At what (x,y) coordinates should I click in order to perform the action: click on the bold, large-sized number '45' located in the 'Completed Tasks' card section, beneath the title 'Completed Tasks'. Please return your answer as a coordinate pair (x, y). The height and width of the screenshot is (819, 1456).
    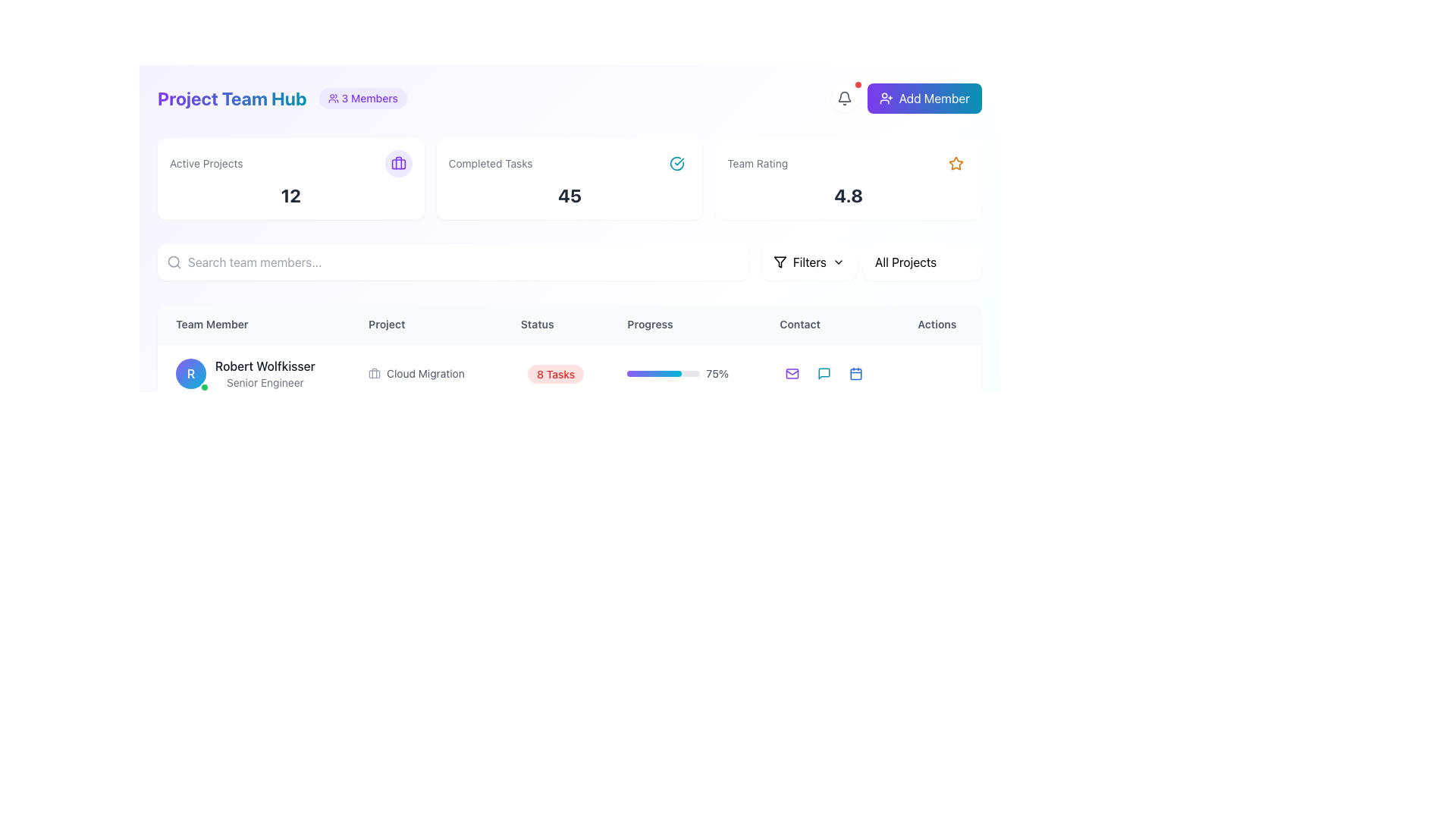
    Looking at the image, I should click on (569, 195).